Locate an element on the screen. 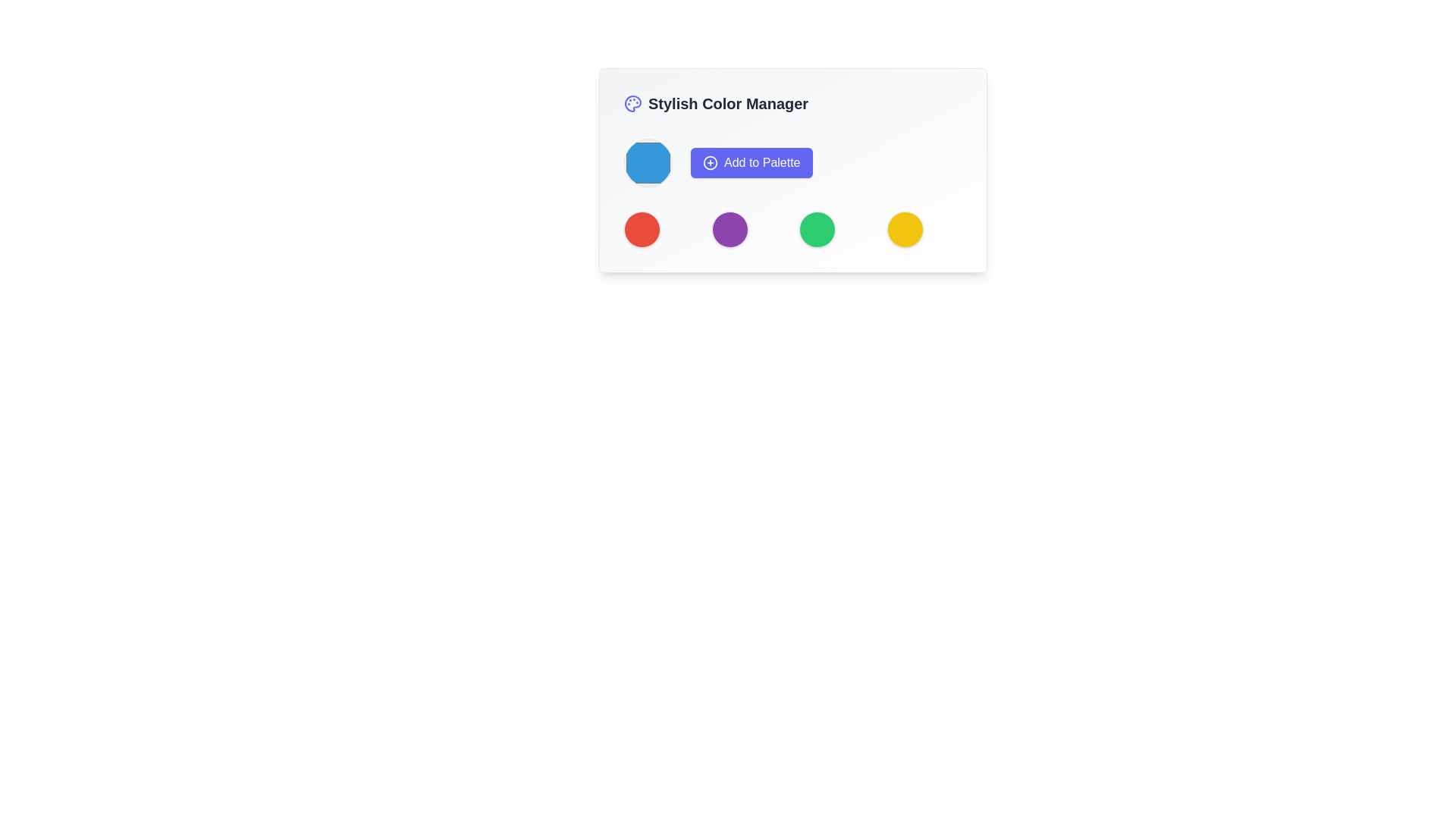 This screenshot has width=1456, height=819. the 'Stylish Color Manager' header with icon, which features a bold text and a blue palette icon on the left is located at coordinates (792, 103).